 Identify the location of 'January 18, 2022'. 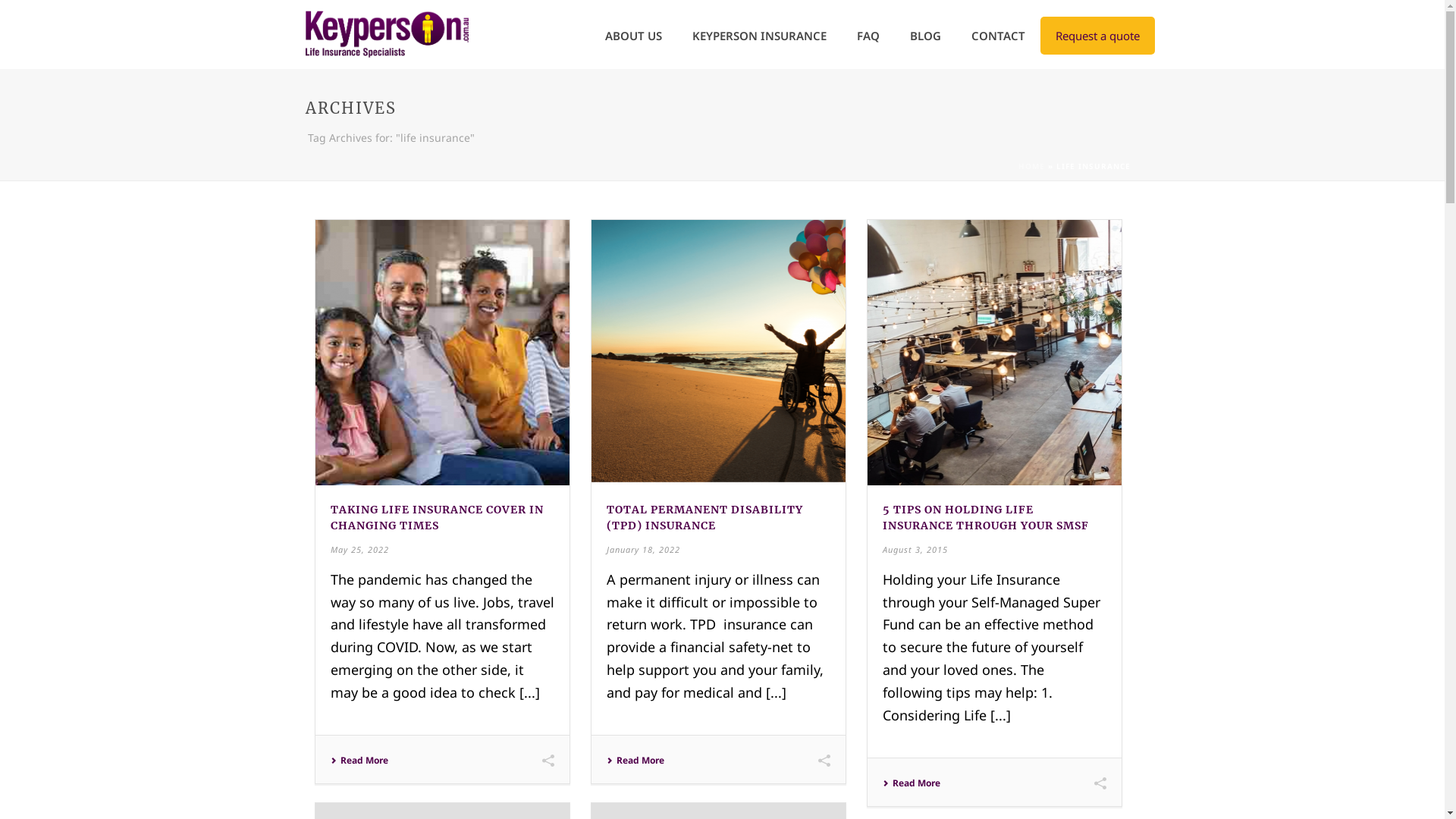
(607, 548).